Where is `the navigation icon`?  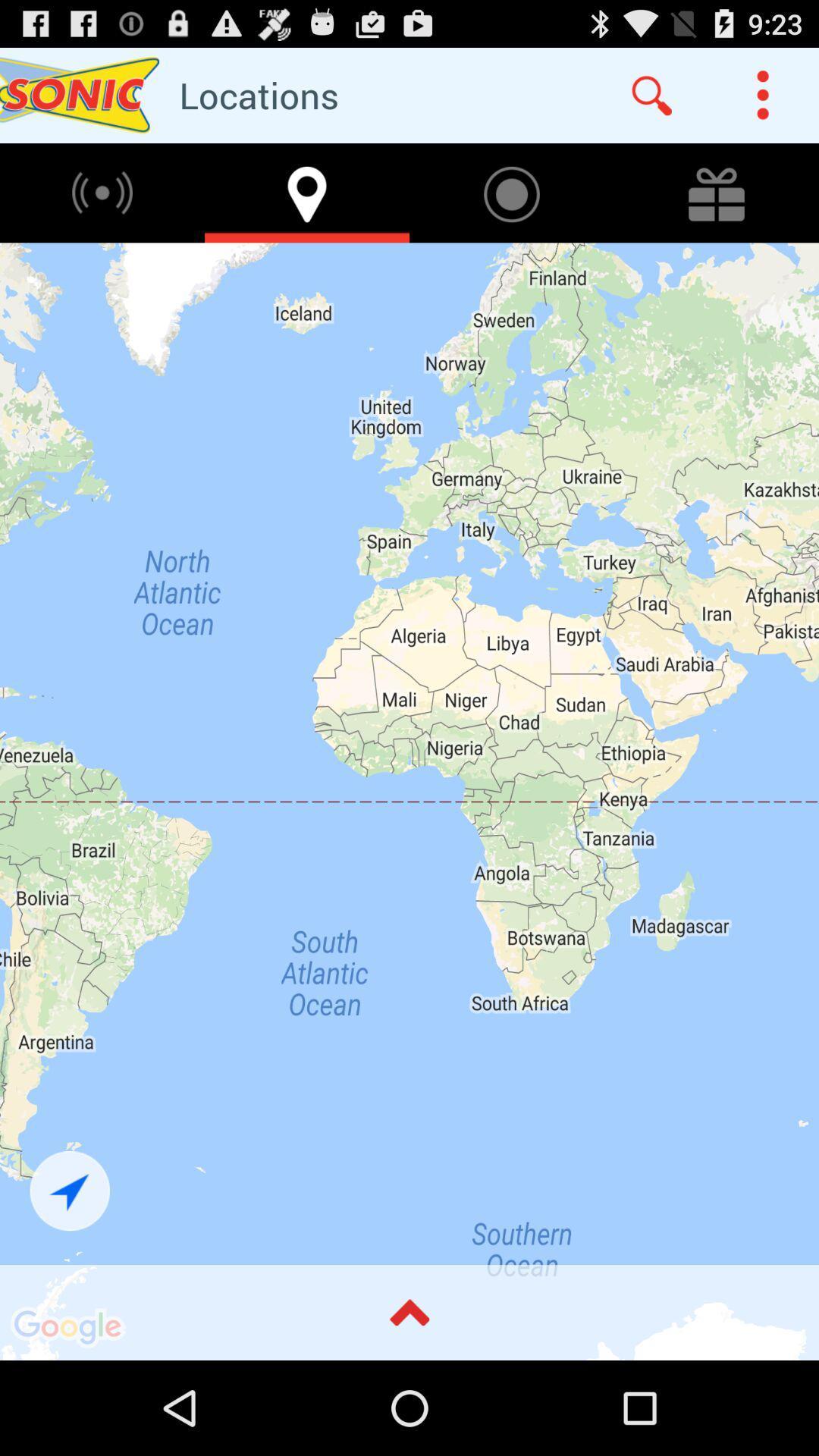
the navigation icon is located at coordinates (70, 1274).